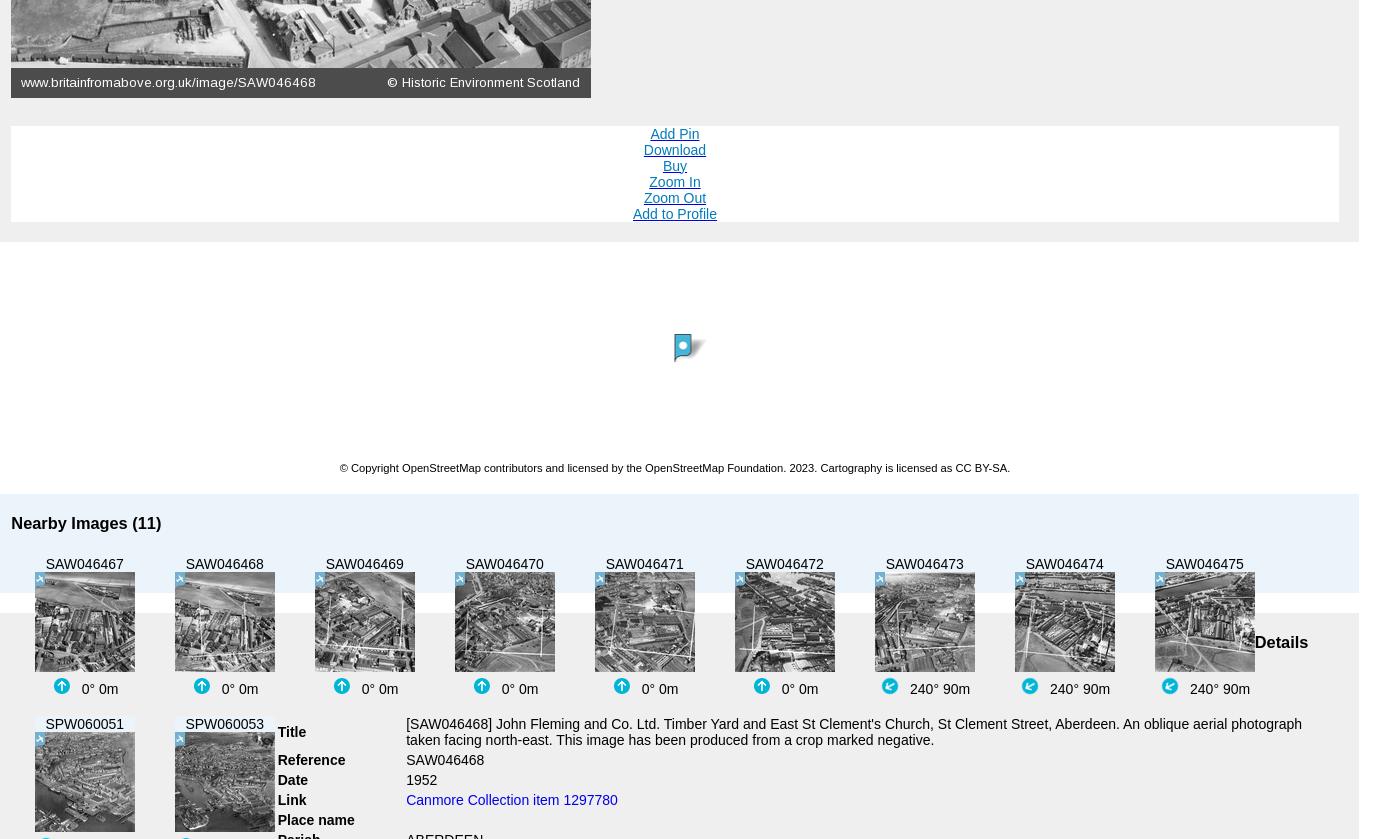 The width and height of the screenshot is (1376, 839). Describe the element at coordinates (674, 213) in the screenshot. I see `'Add to Profile'` at that location.